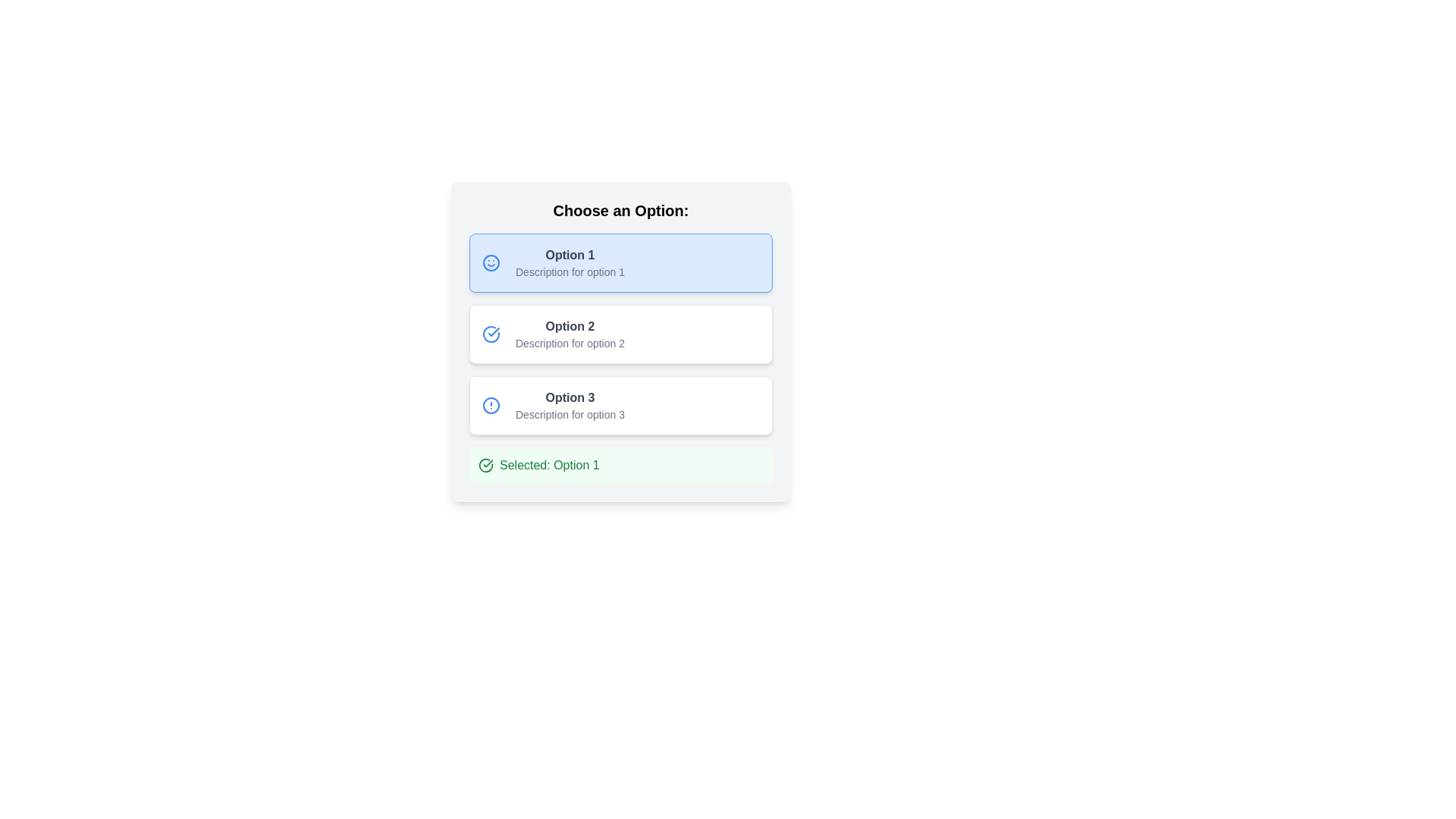 This screenshot has width=1456, height=819. Describe the element at coordinates (491, 333) in the screenshot. I see `the thin circular arc of the icon that is part of a visual grouping, located adjacent to the text 'Option 2'` at that location.